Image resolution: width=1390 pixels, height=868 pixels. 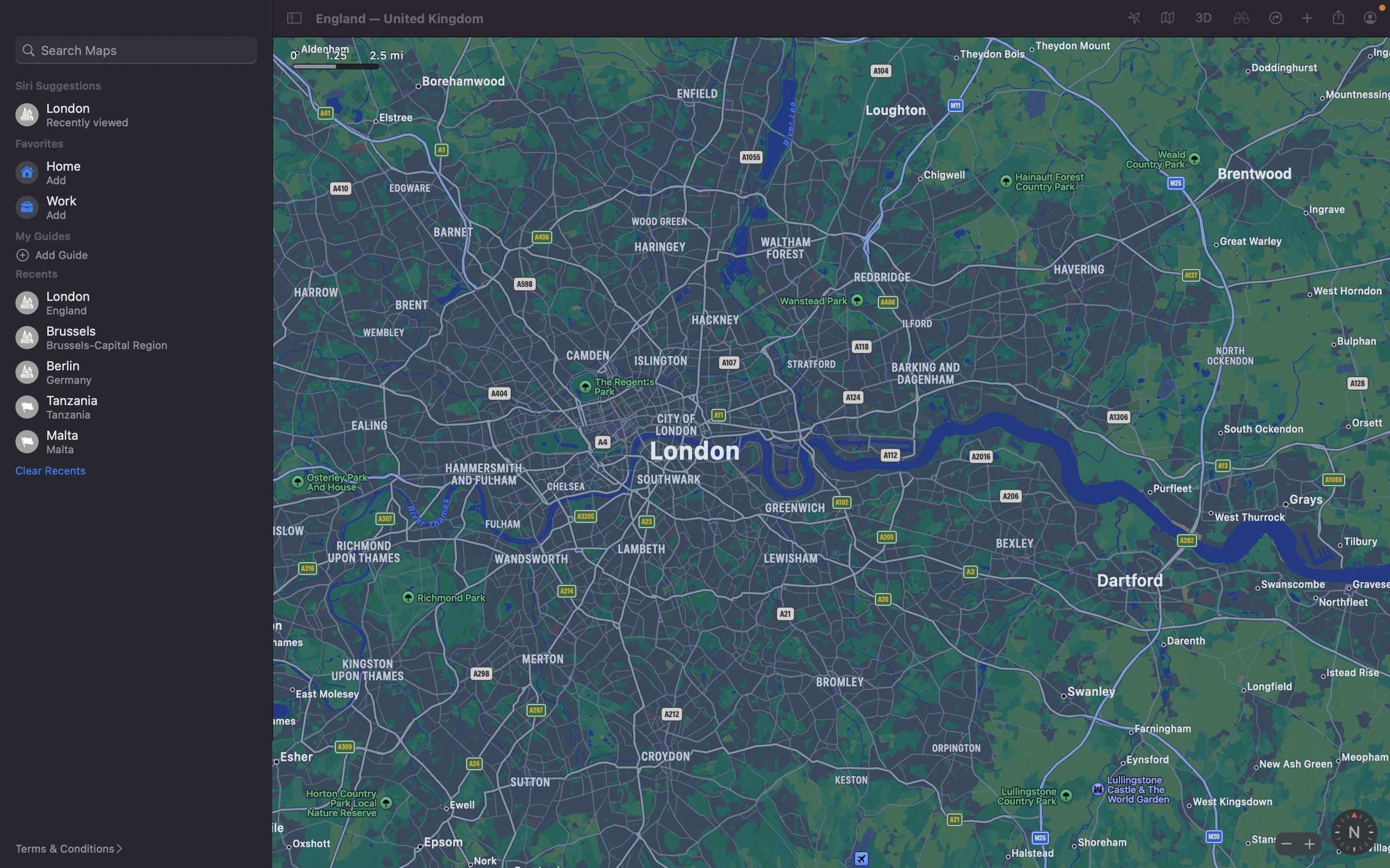 What do you see at coordinates (1241, 18) in the screenshot?
I see `the present location on the map` at bounding box center [1241, 18].